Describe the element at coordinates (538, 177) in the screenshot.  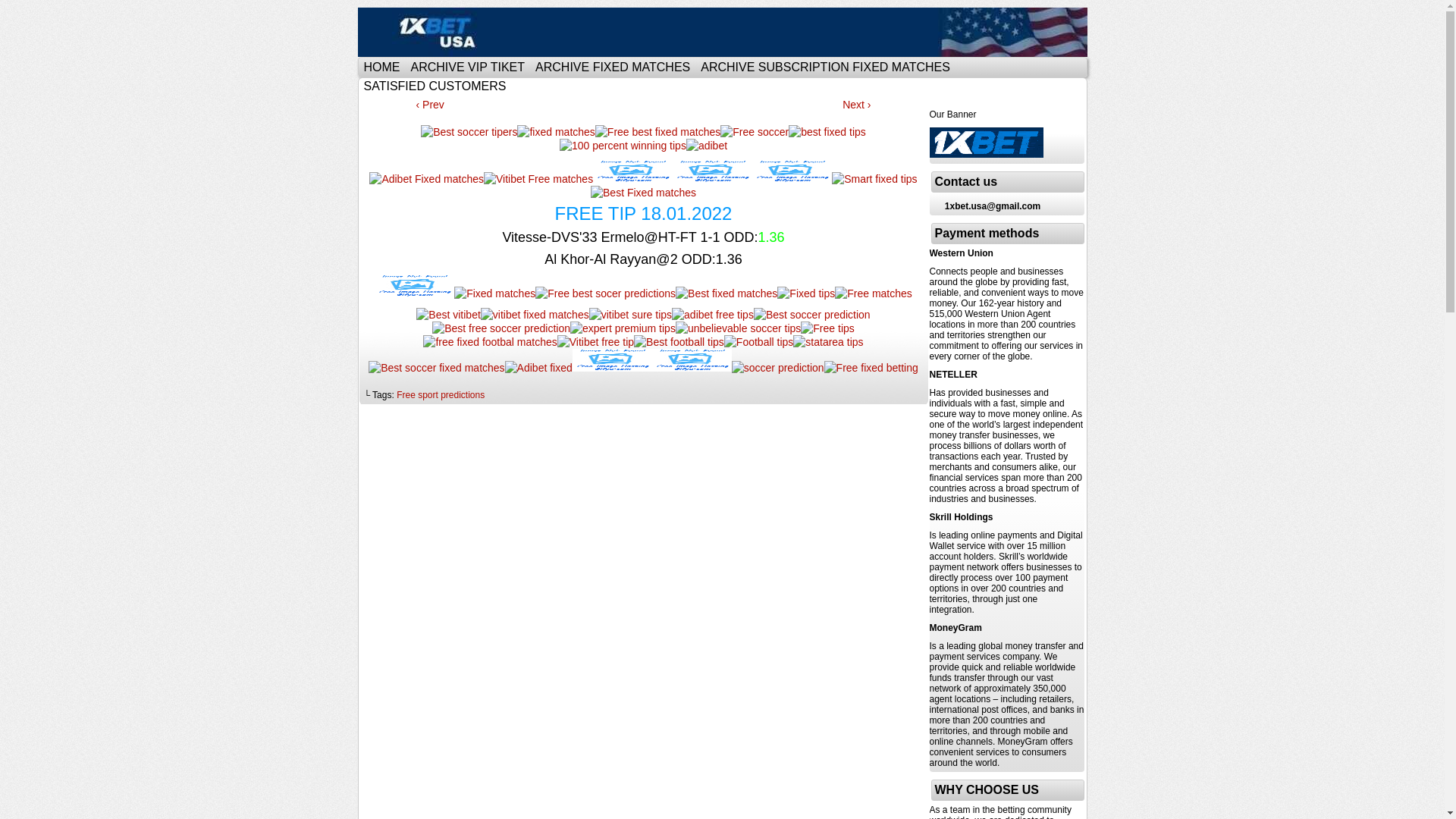
I see `'Vitibet Free matches'` at that location.